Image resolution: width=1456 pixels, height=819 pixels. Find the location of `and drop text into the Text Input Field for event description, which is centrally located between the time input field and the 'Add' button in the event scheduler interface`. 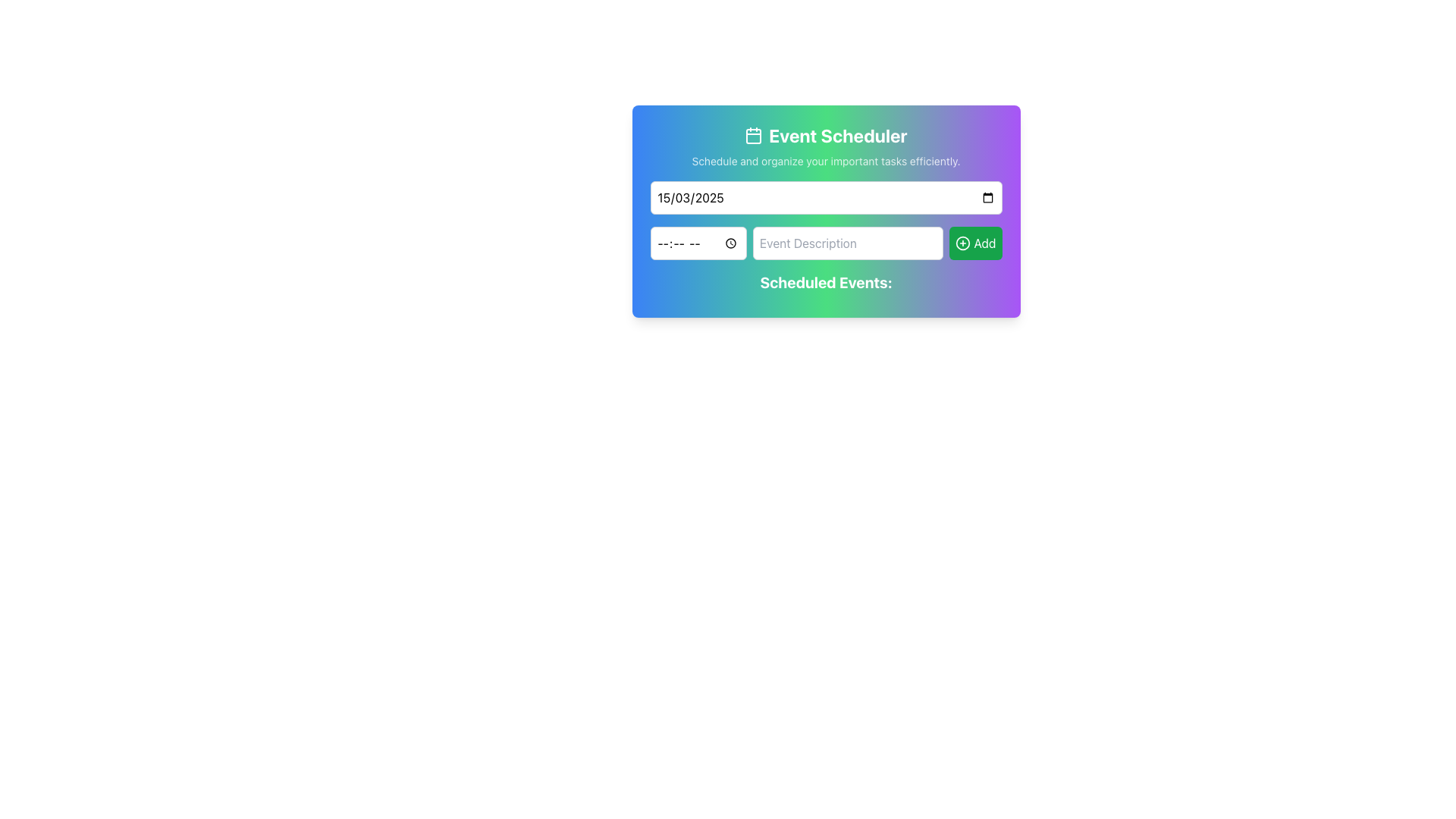

and drop text into the Text Input Field for event description, which is centrally located between the time input field and the 'Add' button in the event scheduler interface is located at coordinates (847, 242).